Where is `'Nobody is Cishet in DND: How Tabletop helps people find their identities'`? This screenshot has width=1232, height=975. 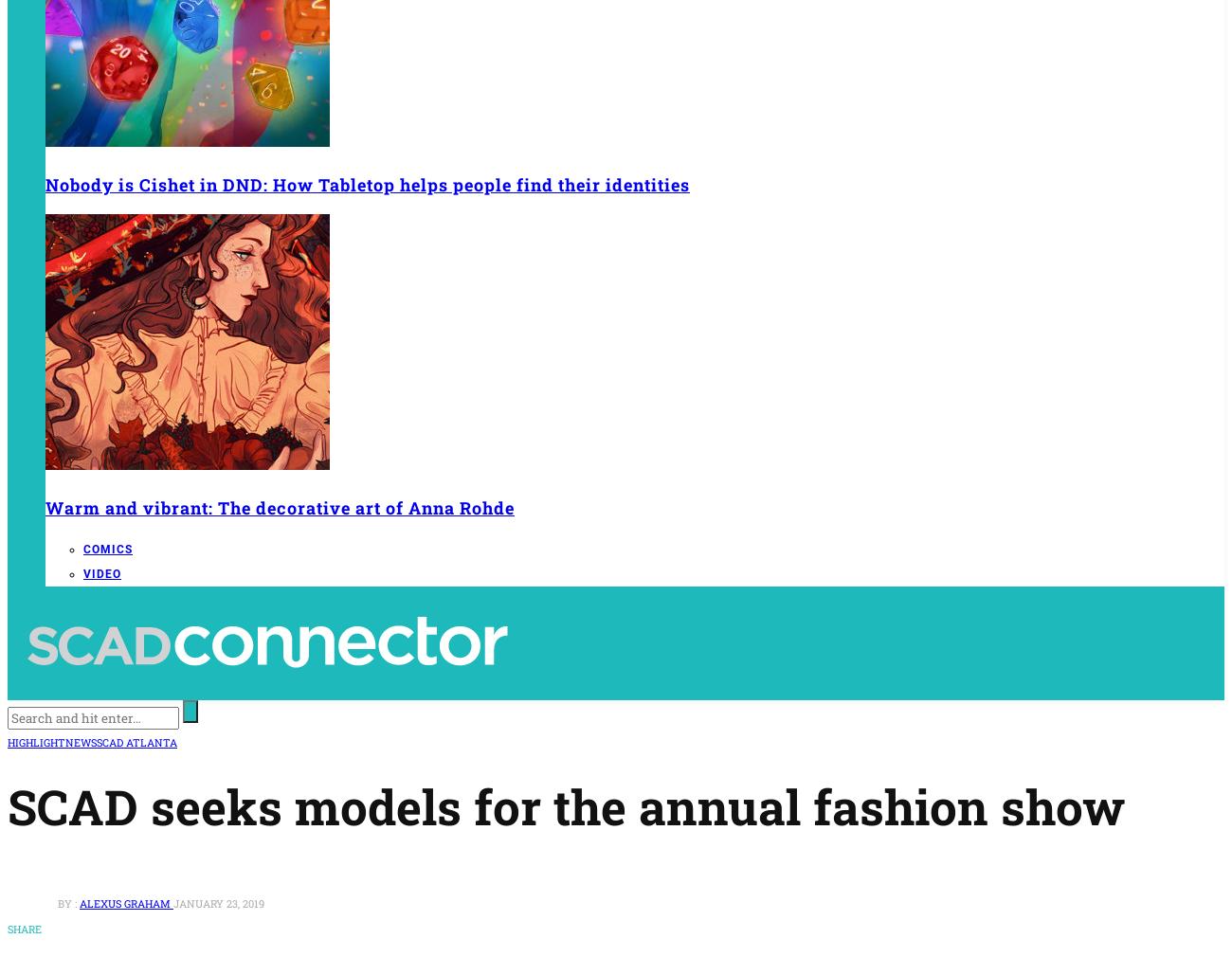 'Nobody is Cishet in DND: How Tabletop helps people find their identities' is located at coordinates (368, 184).